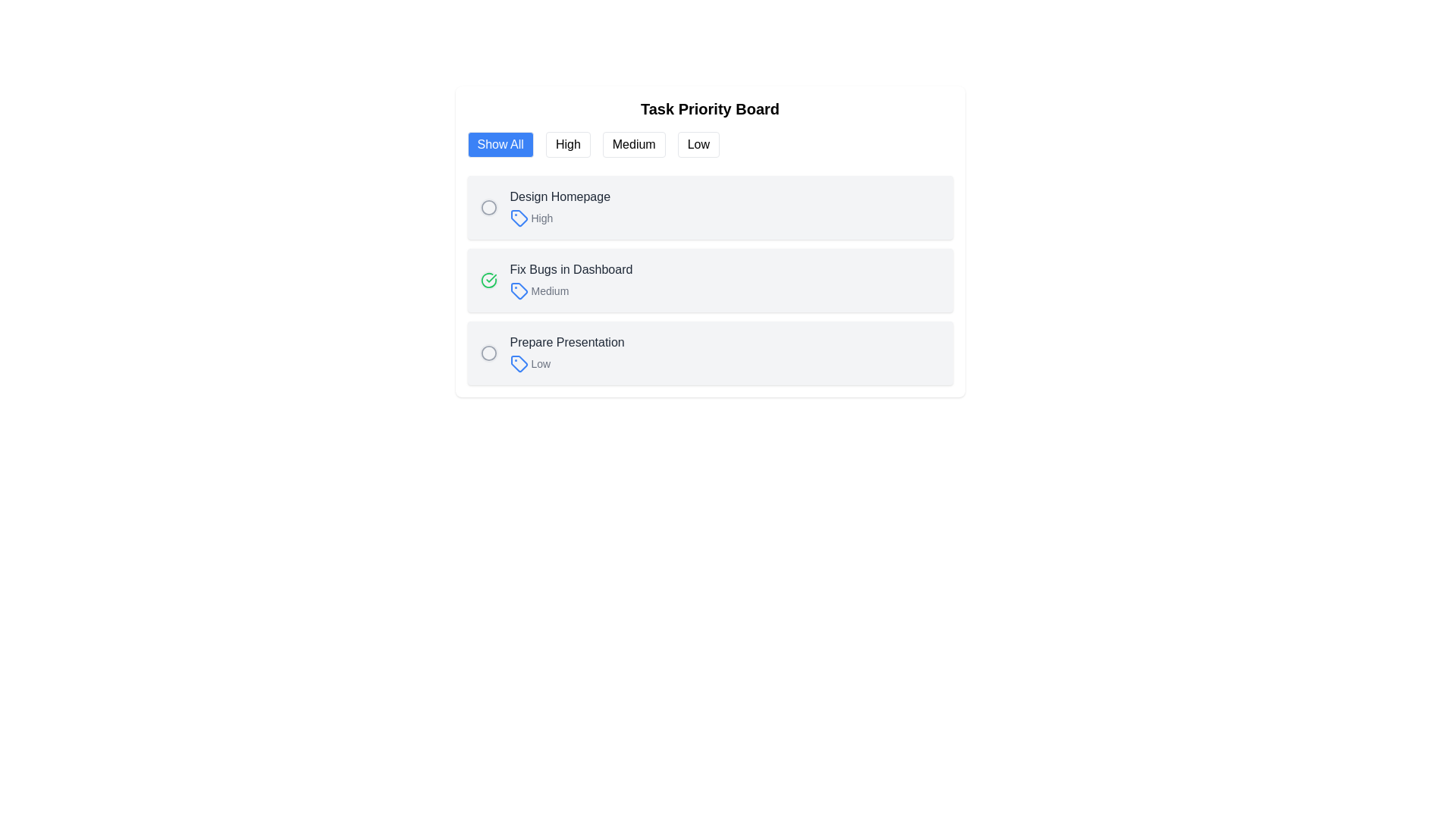 The height and width of the screenshot is (819, 1456). What do you see at coordinates (709, 108) in the screenshot?
I see `the bold text label reading 'Task Priority Board' located at the top of the task management interface` at bounding box center [709, 108].